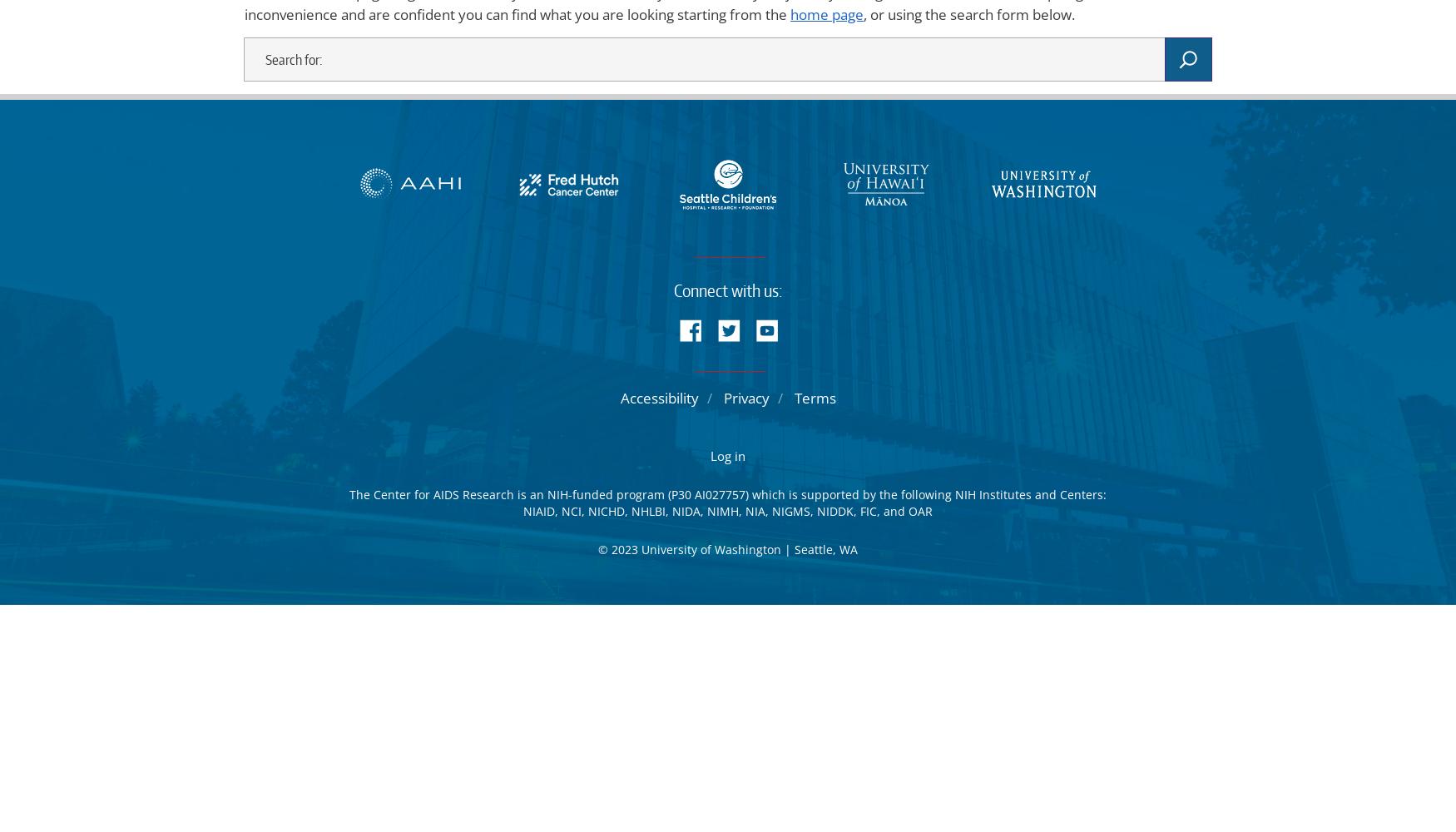 This screenshot has width=1456, height=832. What do you see at coordinates (868, 509) in the screenshot?
I see `'FIC'` at bounding box center [868, 509].